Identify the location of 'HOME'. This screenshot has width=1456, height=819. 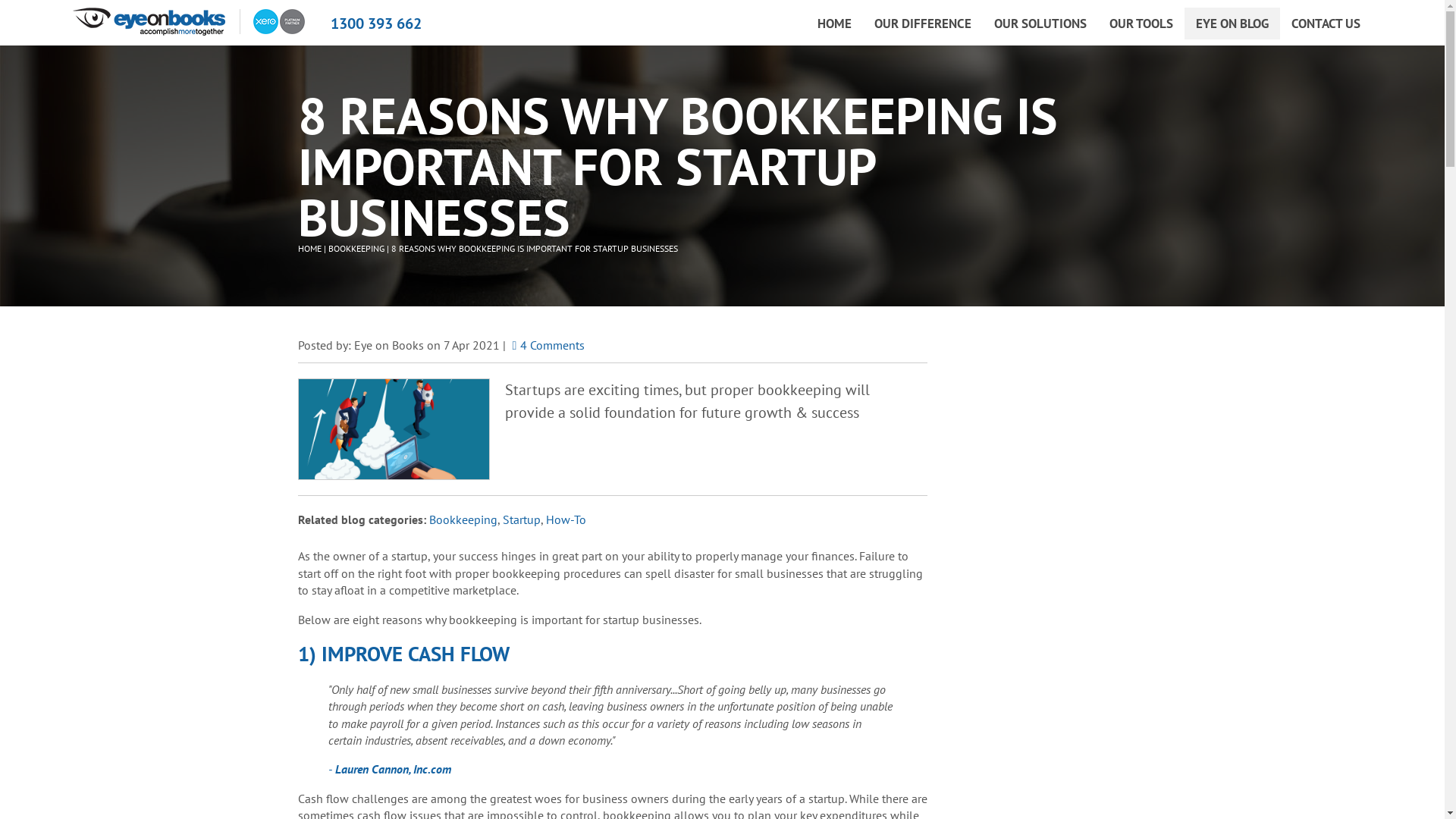
(833, 23).